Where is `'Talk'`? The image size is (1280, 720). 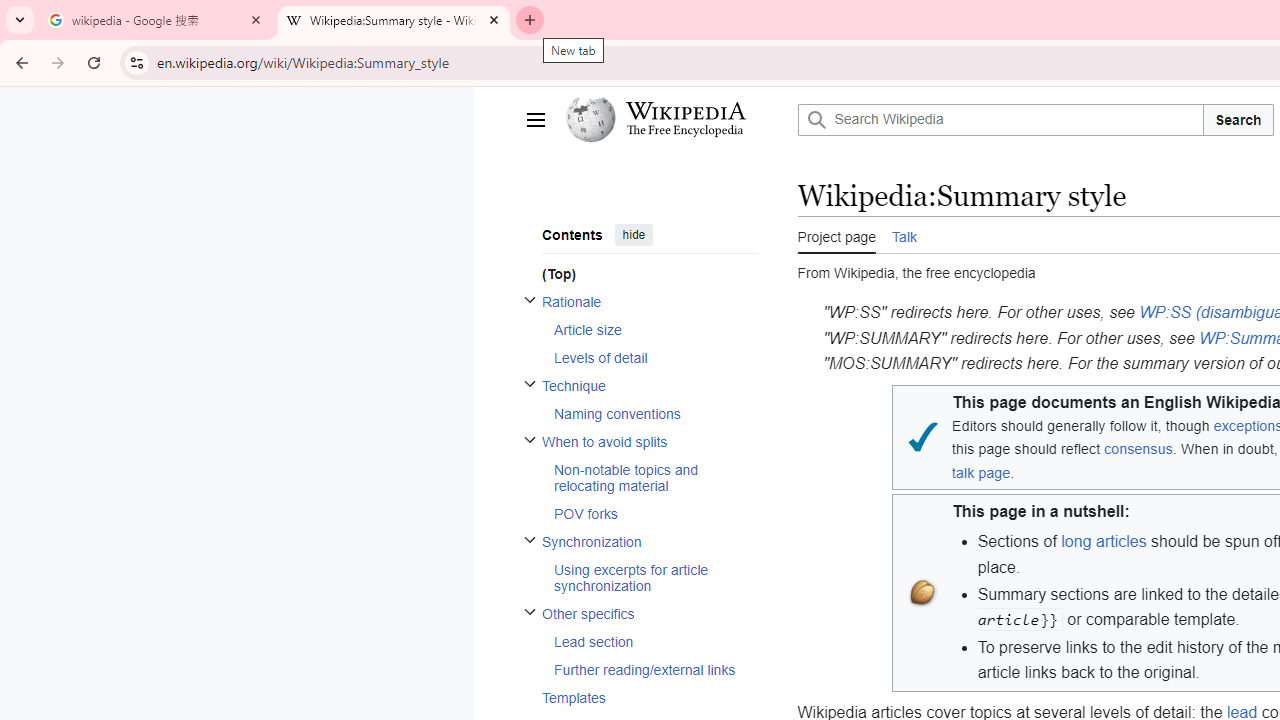
'Talk' is located at coordinates (903, 234).